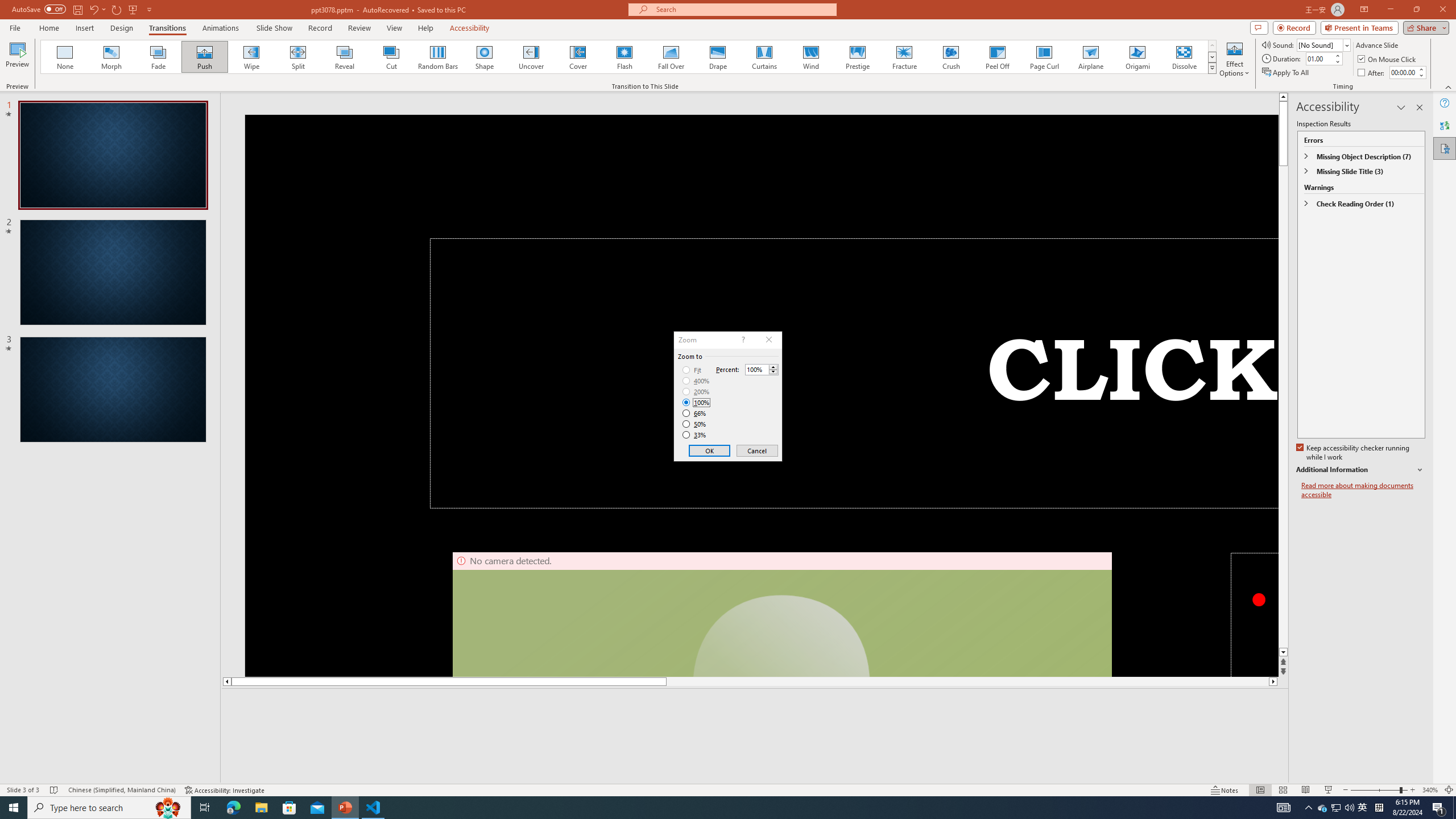  Describe the element at coordinates (1439, 806) in the screenshot. I see `'Action Center, 1 new notification'` at that location.